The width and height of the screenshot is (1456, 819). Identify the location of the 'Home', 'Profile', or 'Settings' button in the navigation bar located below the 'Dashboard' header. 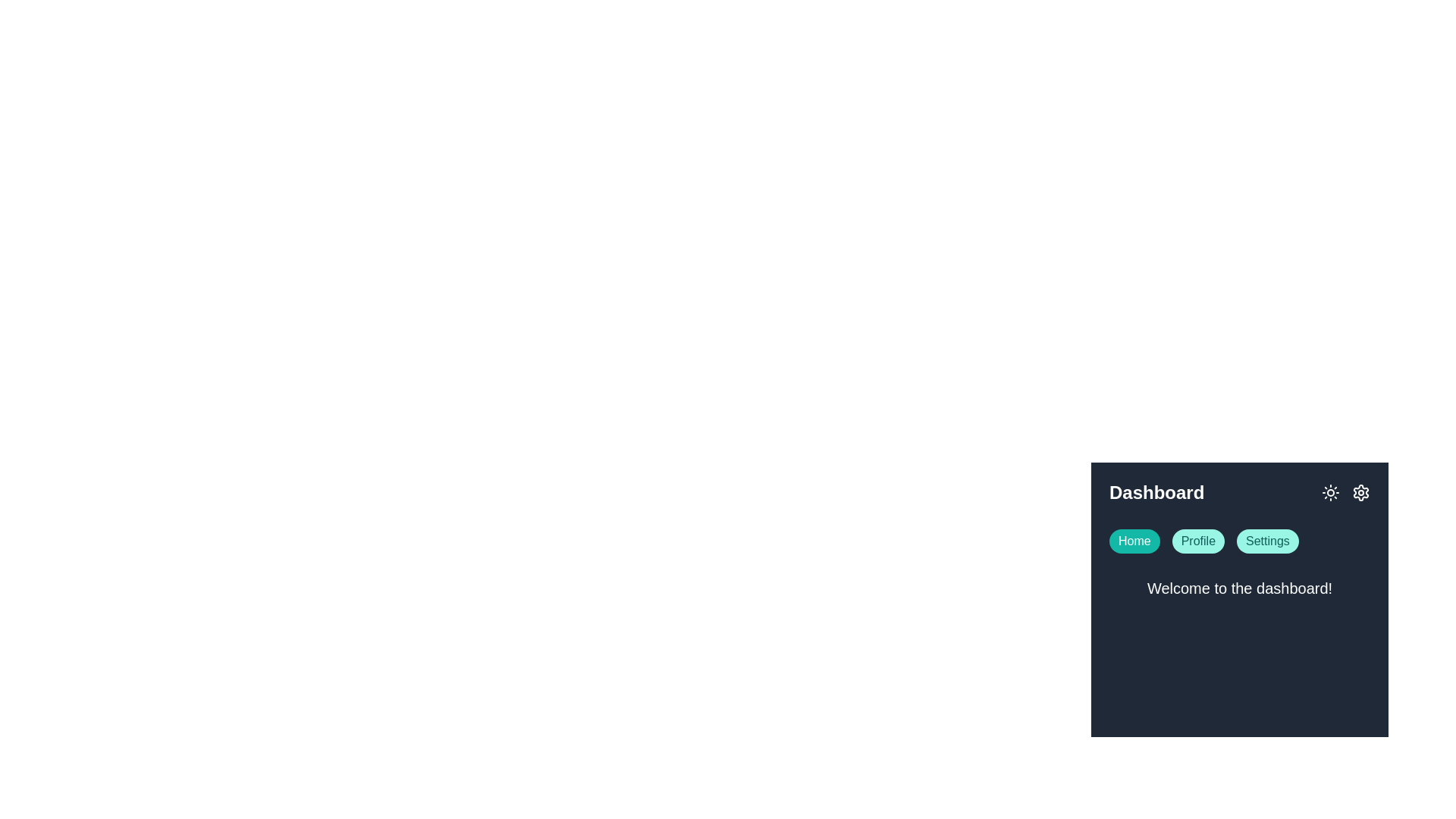
(1240, 540).